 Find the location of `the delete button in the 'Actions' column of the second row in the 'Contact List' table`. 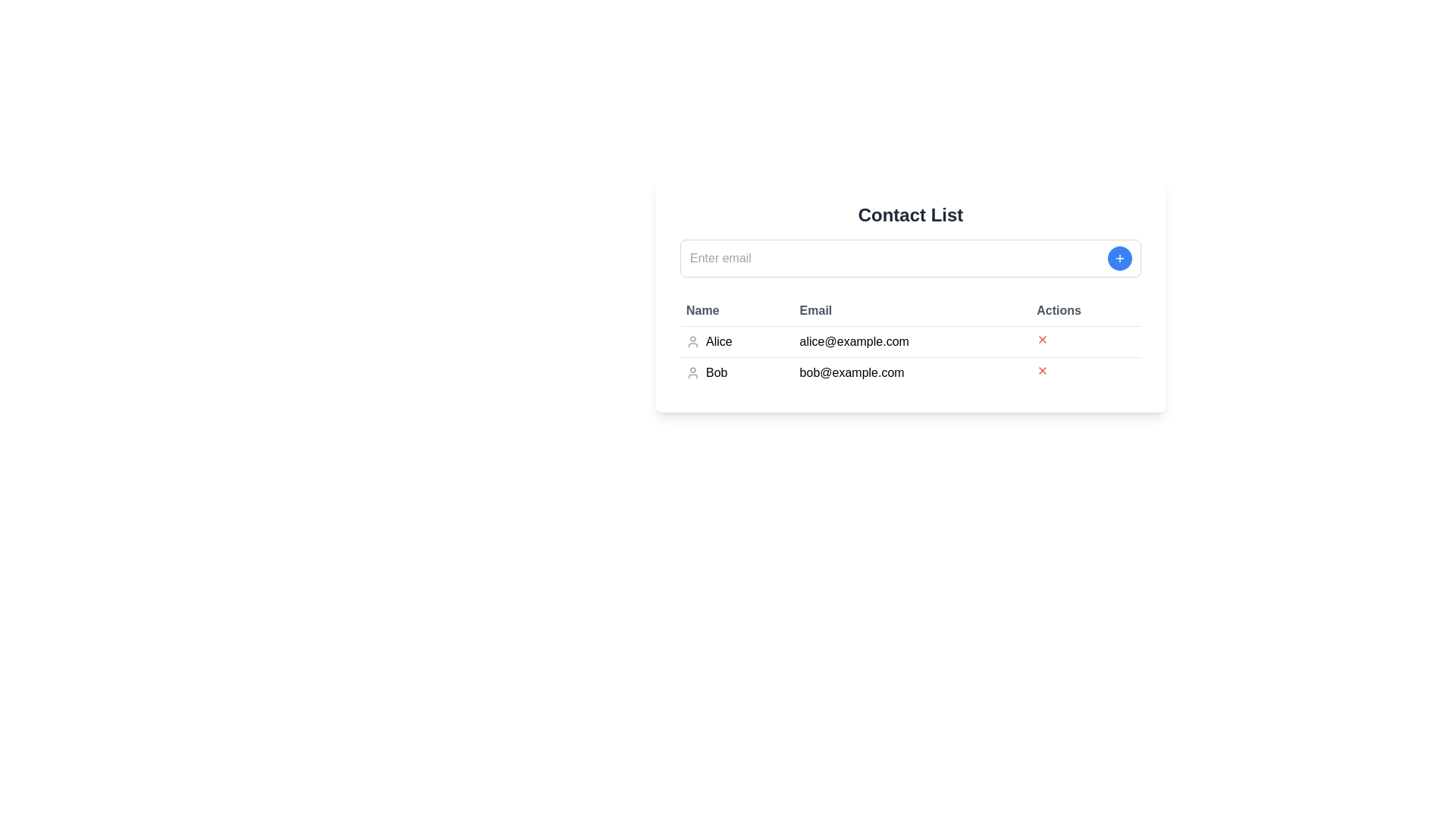

the delete button in the 'Actions' column of the second row in the 'Contact List' table is located at coordinates (1042, 338).